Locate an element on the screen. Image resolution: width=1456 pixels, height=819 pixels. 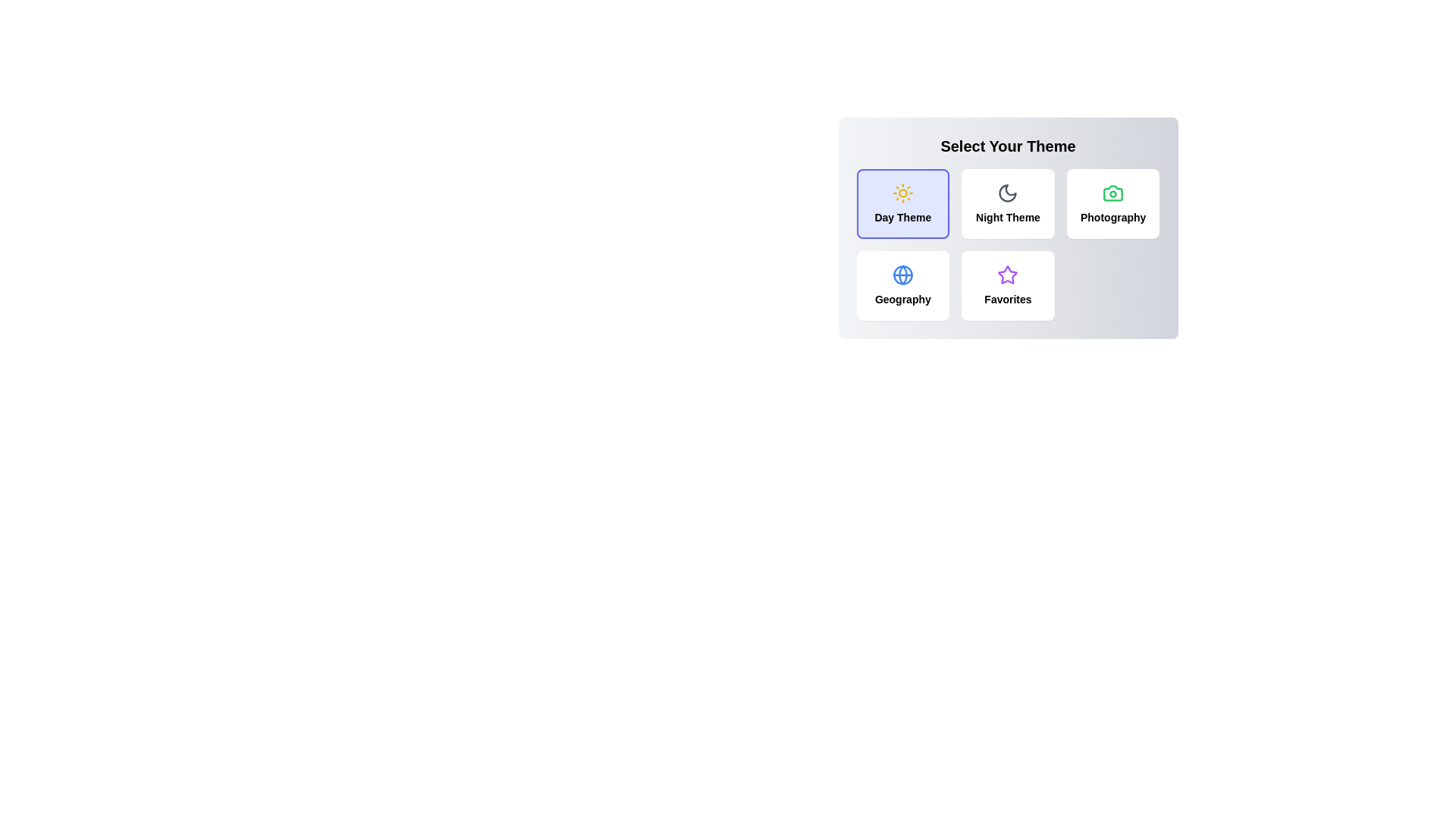
the stylized sun icon located at the center-top of the 'Day Theme' panel is located at coordinates (902, 192).